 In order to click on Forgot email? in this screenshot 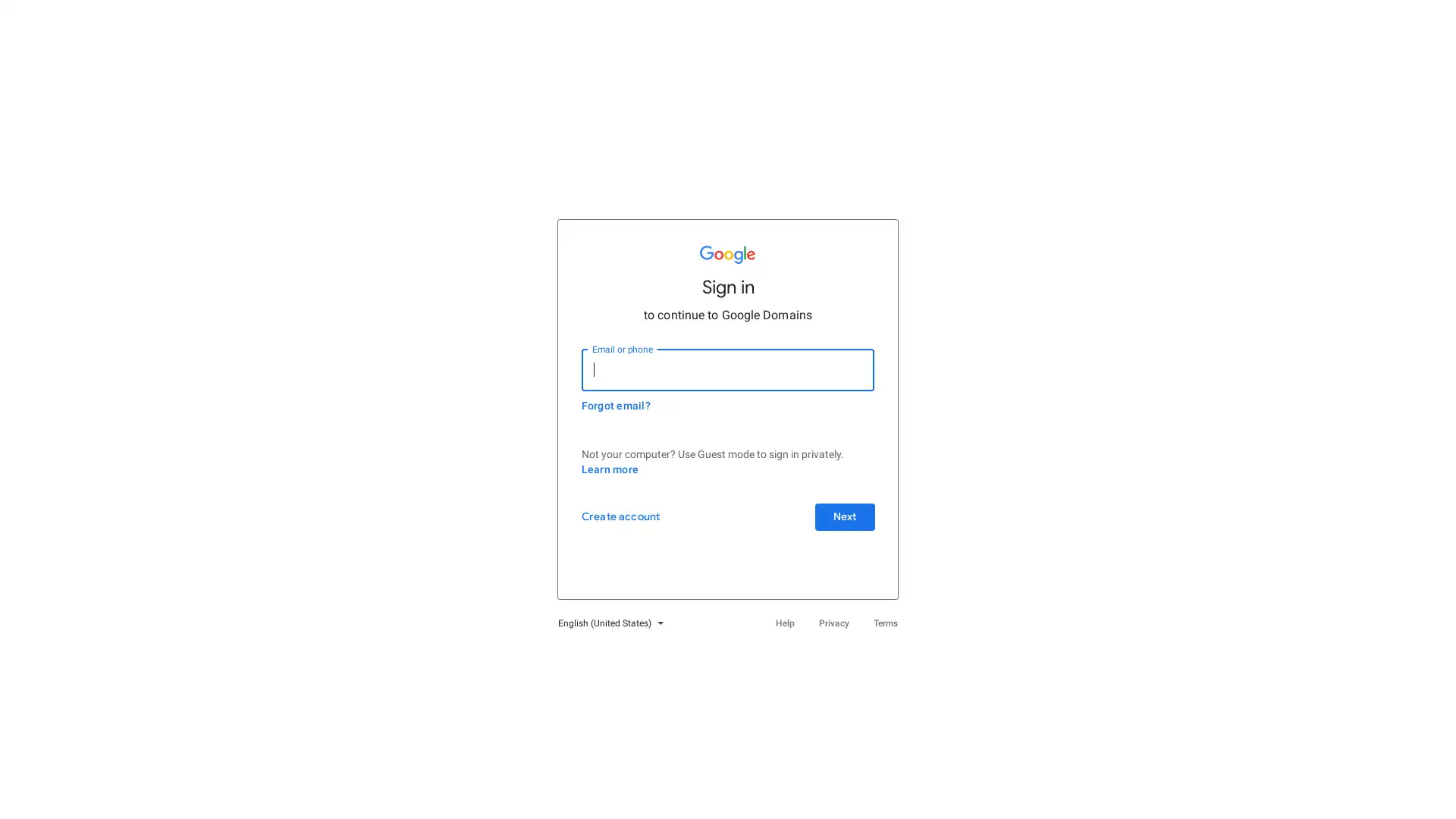, I will do `click(623, 415)`.